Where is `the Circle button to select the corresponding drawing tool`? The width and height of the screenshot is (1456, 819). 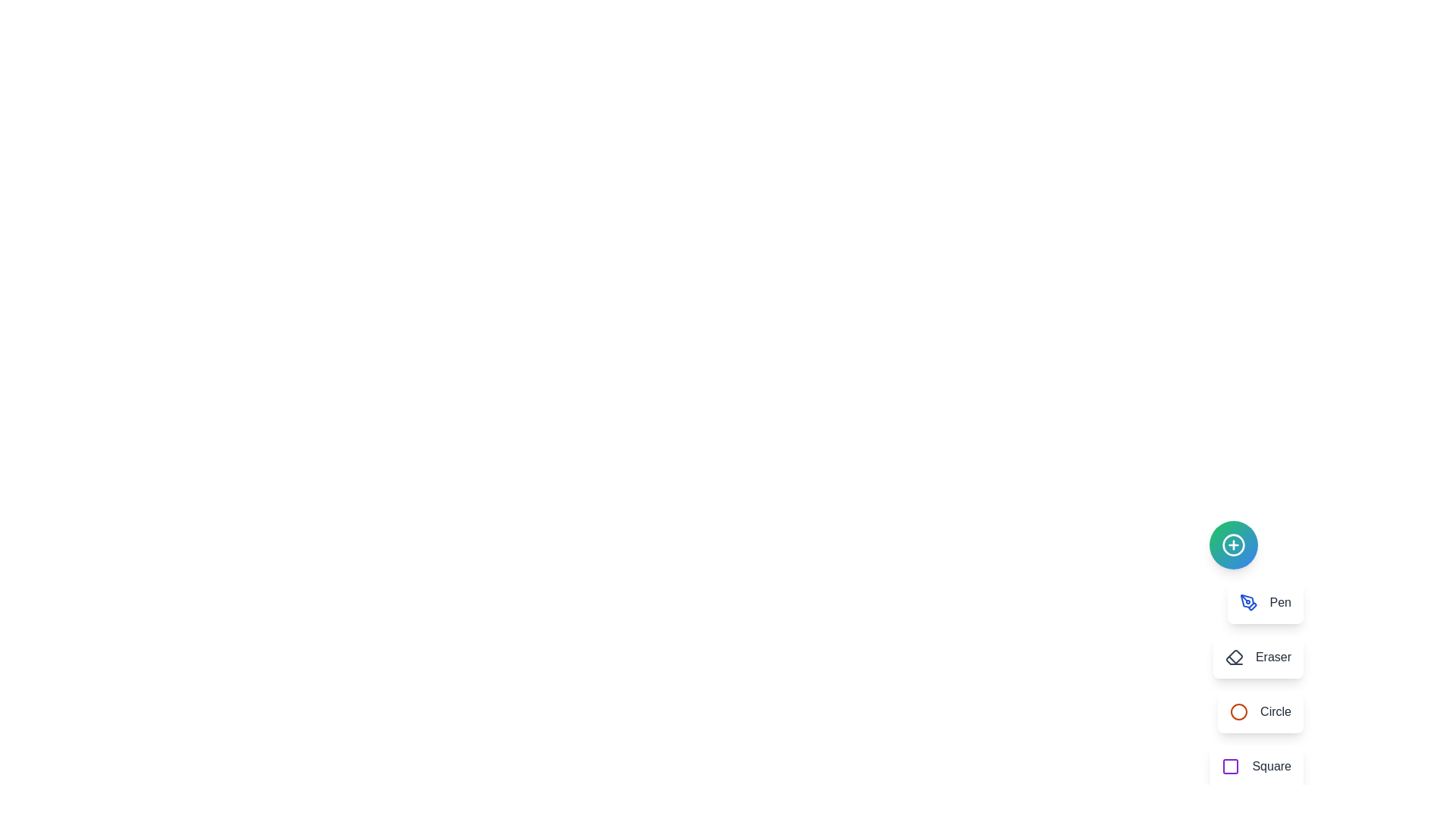
the Circle button to select the corresponding drawing tool is located at coordinates (1260, 711).